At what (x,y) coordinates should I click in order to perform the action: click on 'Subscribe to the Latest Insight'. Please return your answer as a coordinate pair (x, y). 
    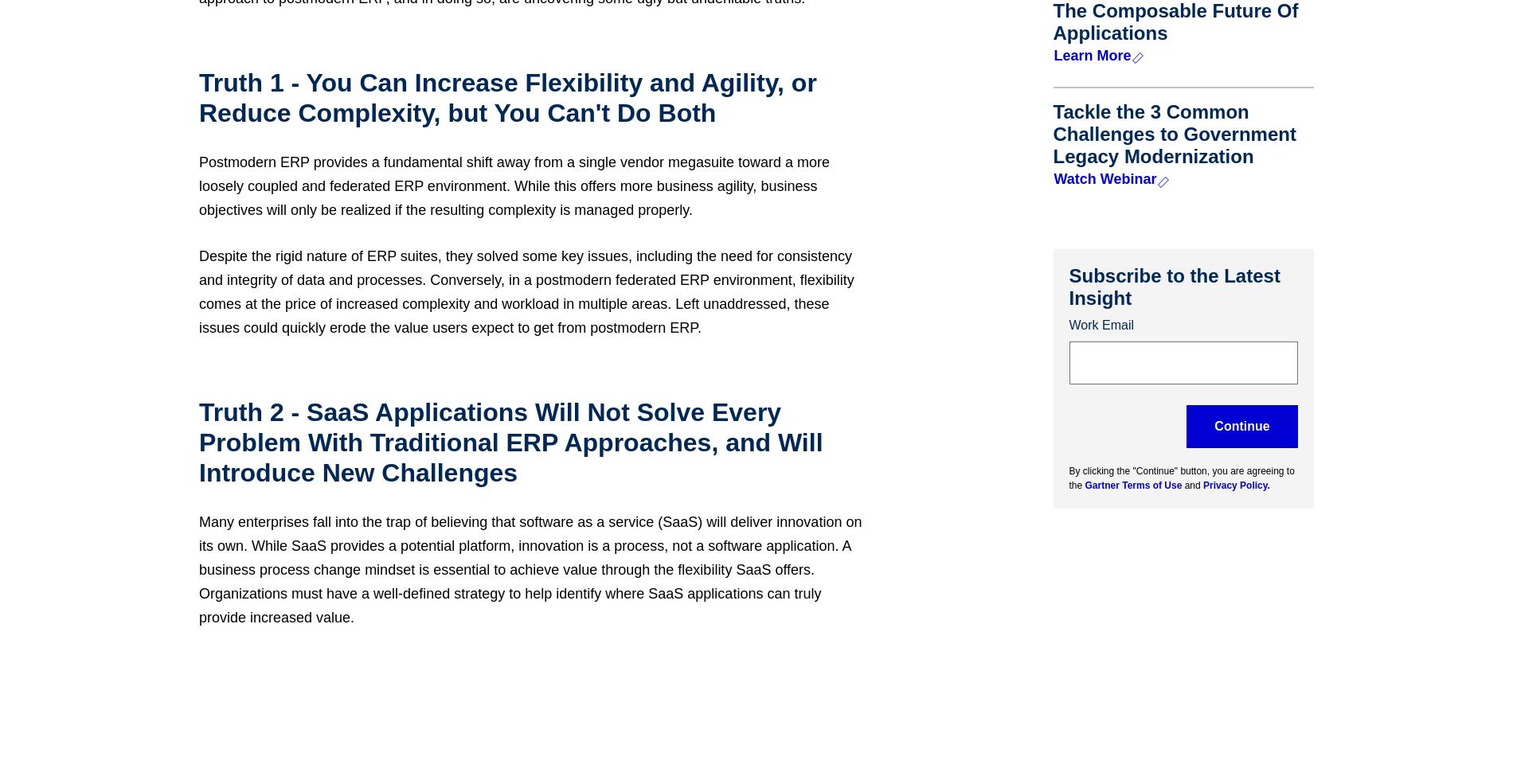
    Looking at the image, I should click on (1174, 286).